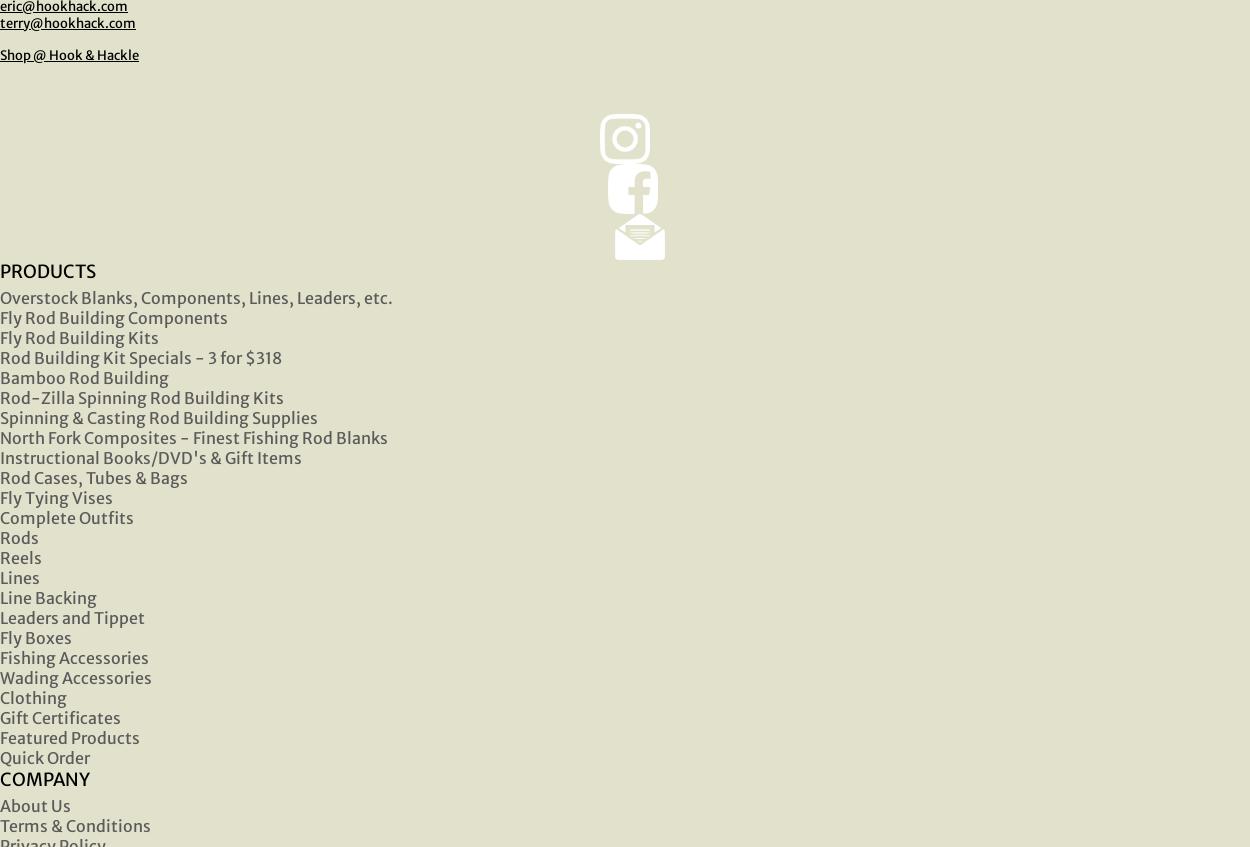  I want to click on 'PRODUCTS', so click(47, 269).